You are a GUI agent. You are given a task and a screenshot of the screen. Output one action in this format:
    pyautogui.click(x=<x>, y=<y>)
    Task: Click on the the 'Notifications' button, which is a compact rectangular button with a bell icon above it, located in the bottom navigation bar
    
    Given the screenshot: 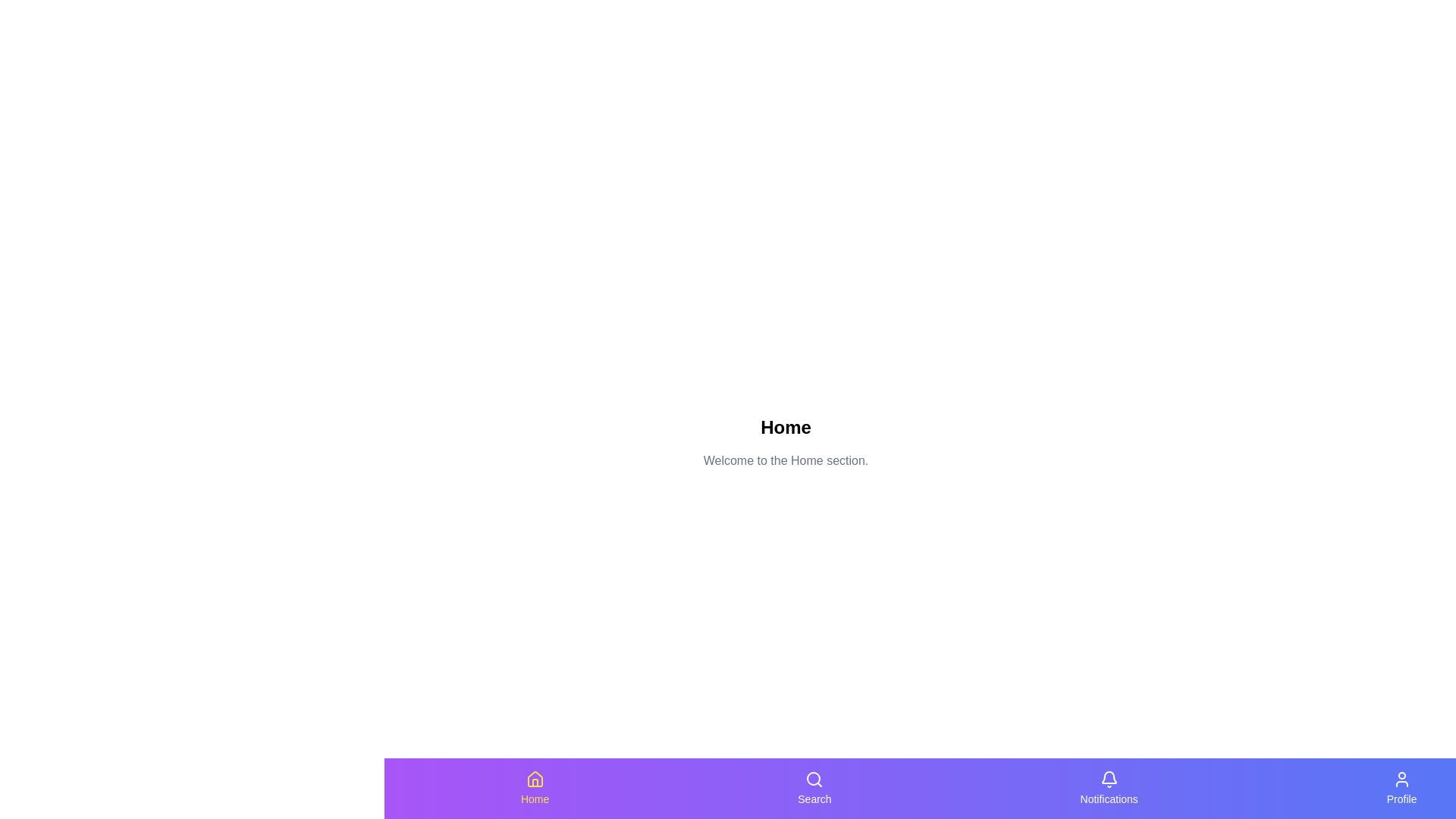 What is the action you would take?
    pyautogui.click(x=1109, y=788)
    